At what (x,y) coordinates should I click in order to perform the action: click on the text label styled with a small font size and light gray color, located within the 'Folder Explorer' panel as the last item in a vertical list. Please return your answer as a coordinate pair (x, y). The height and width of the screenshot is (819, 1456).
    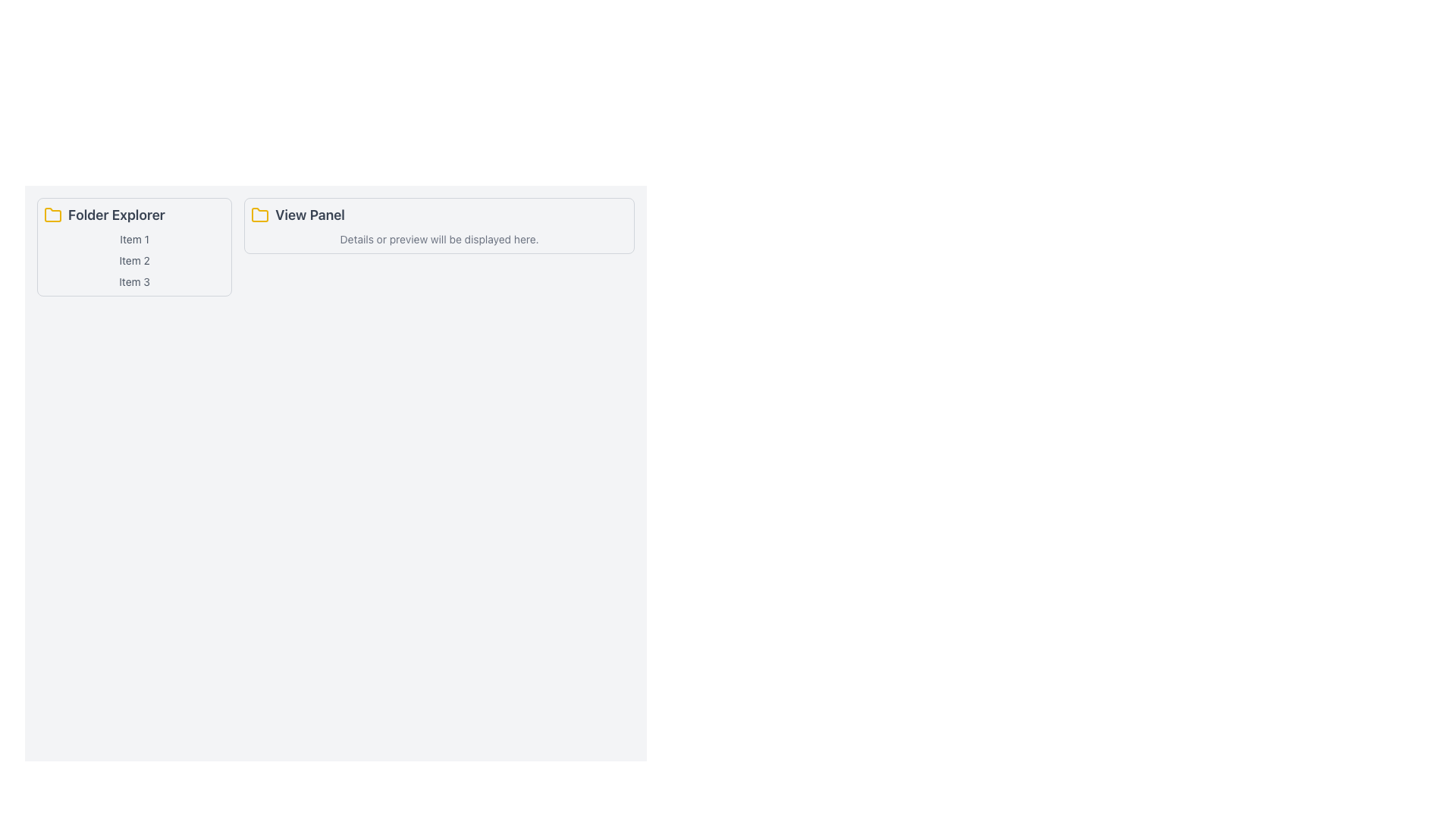
    Looking at the image, I should click on (134, 281).